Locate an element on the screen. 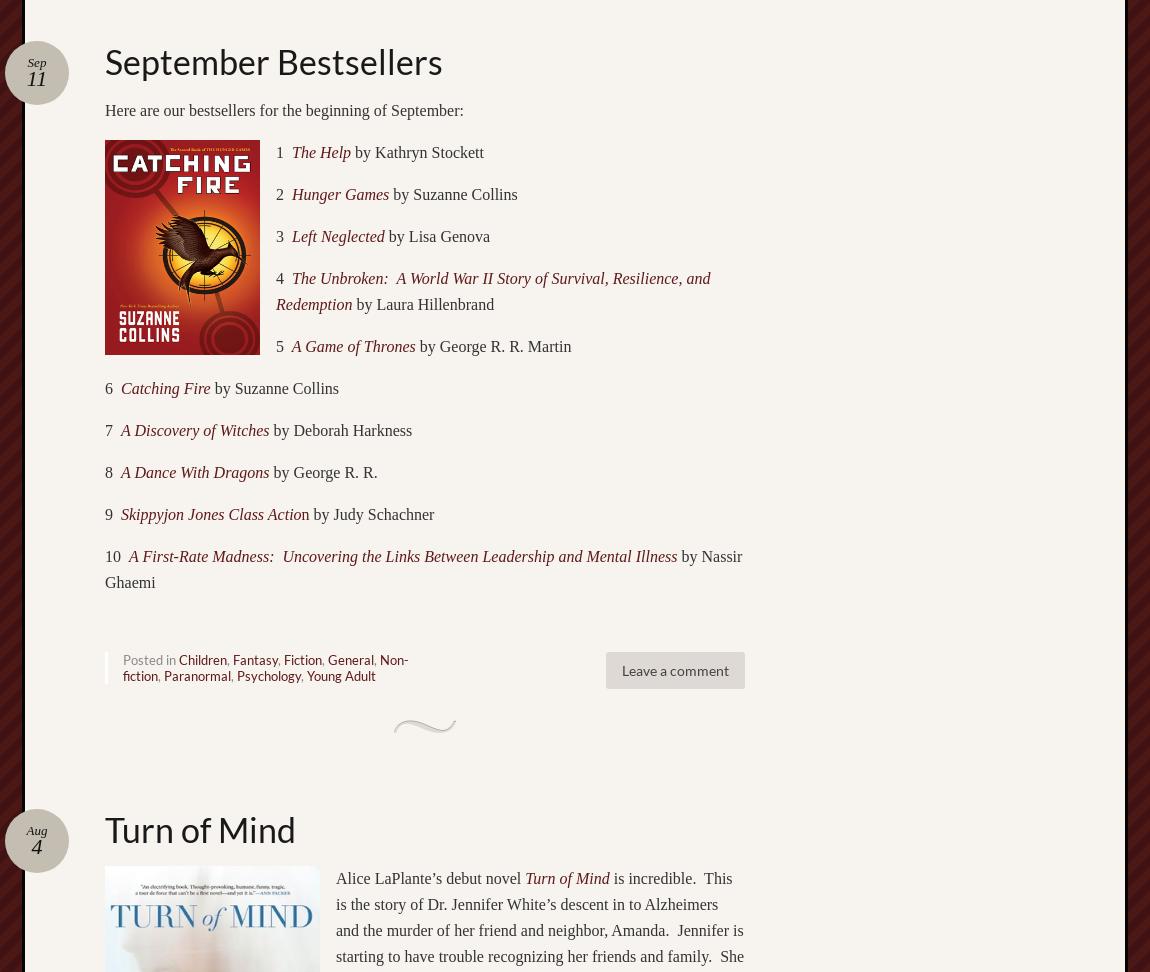 This screenshot has height=972, width=1150. 'n' is located at coordinates (304, 513).